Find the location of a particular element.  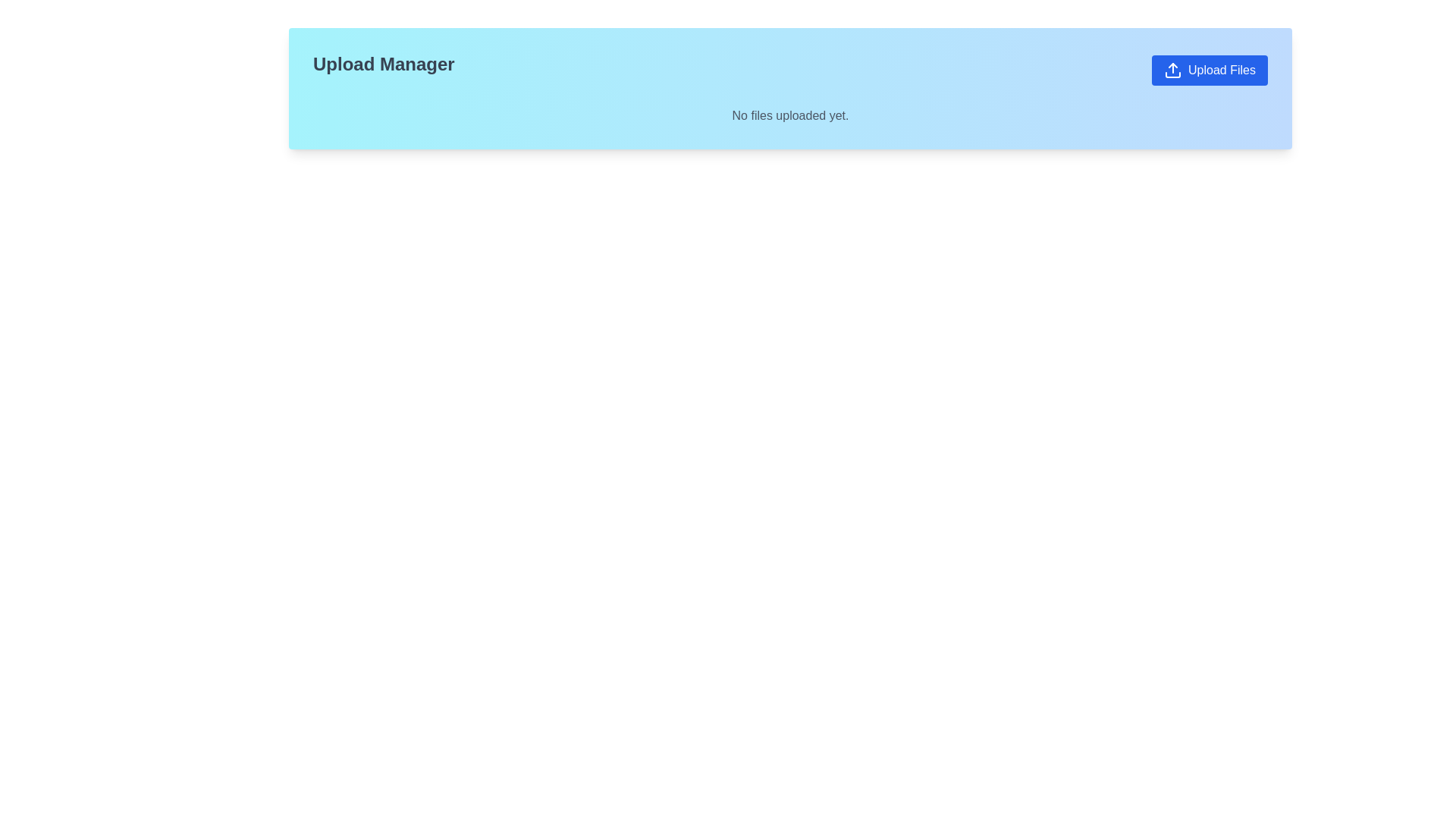

the 'Upload Manager' static text label, which is styled with a bold and large font size in black and positioned over a gradient background is located at coordinates (384, 63).